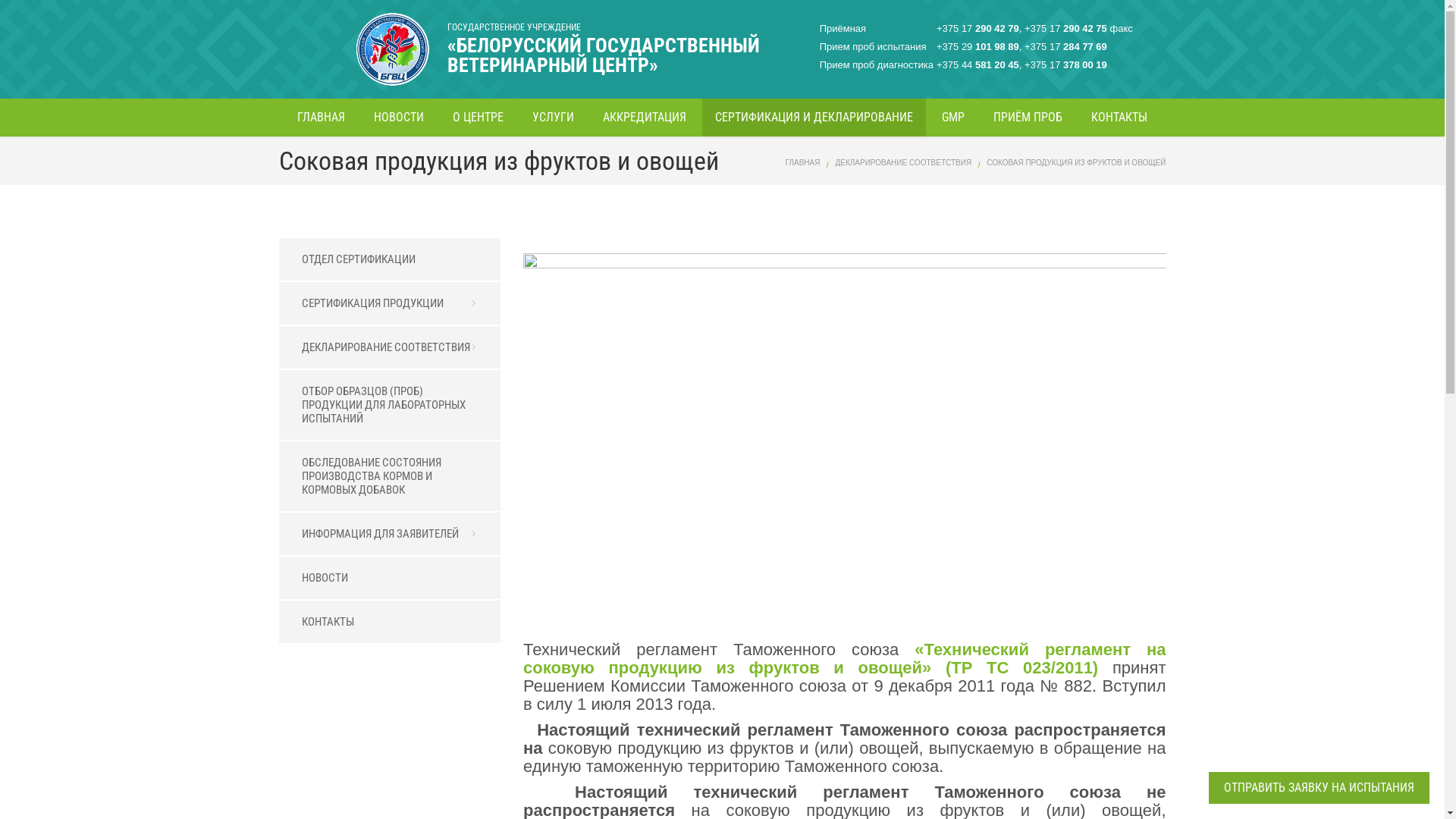 The width and height of the screenshot is (1456, 819). What do you see at coordinates (952, 116) in the screenshot?
I see `'GMP'` at bounding box center [952, 116].